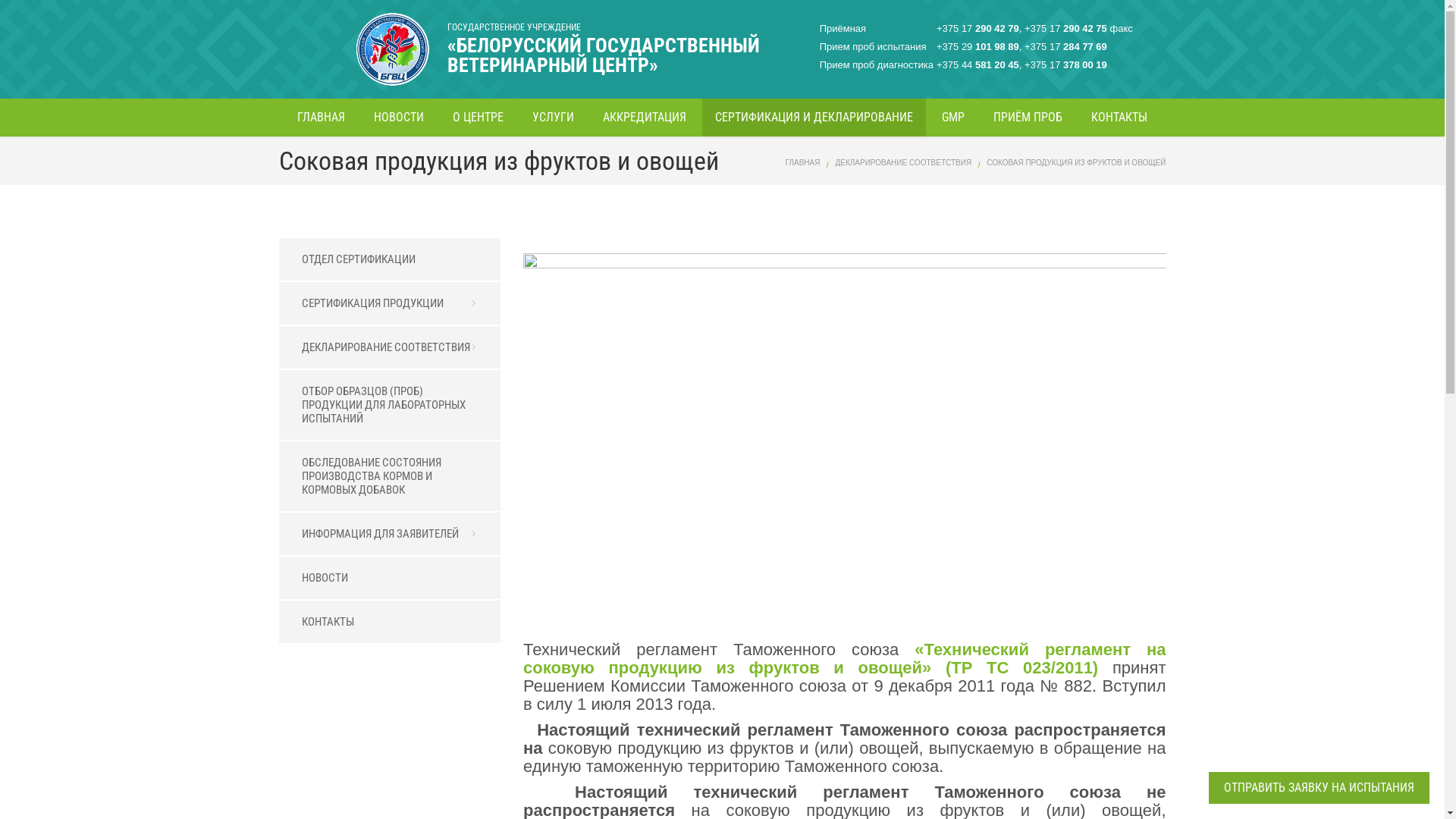 The width and height of the screenshot is (1456, 819). What do you see at coordinates (952, 116) in the screenshot?
I see `'GMP'` at bounding box center [952, 116].